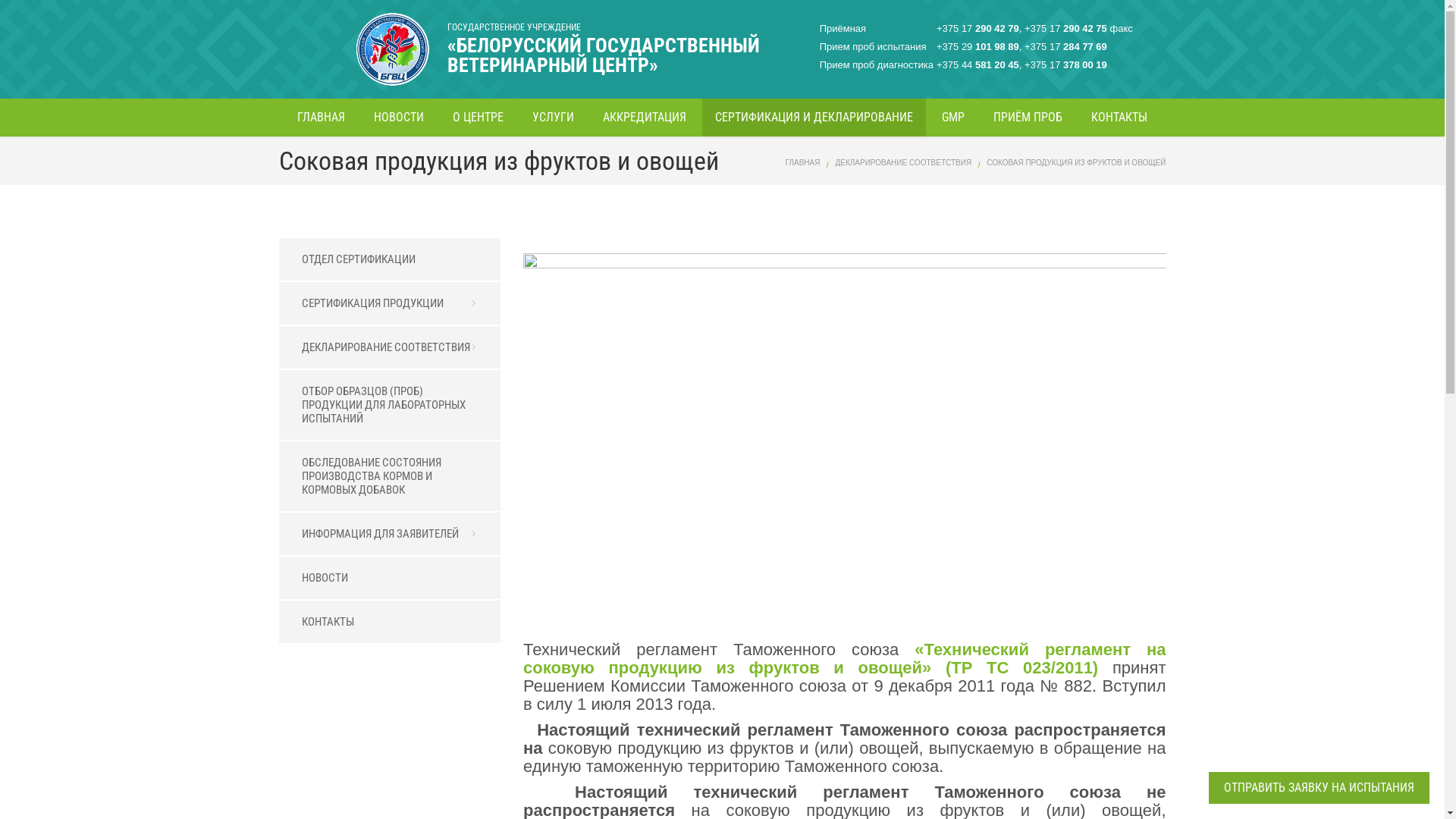 The width and height of the screenshot is (1456, 819). What do you see at coordinates (952, 116) in the screenshot?
I see `'GMP'` at bounding box center [952, 116].